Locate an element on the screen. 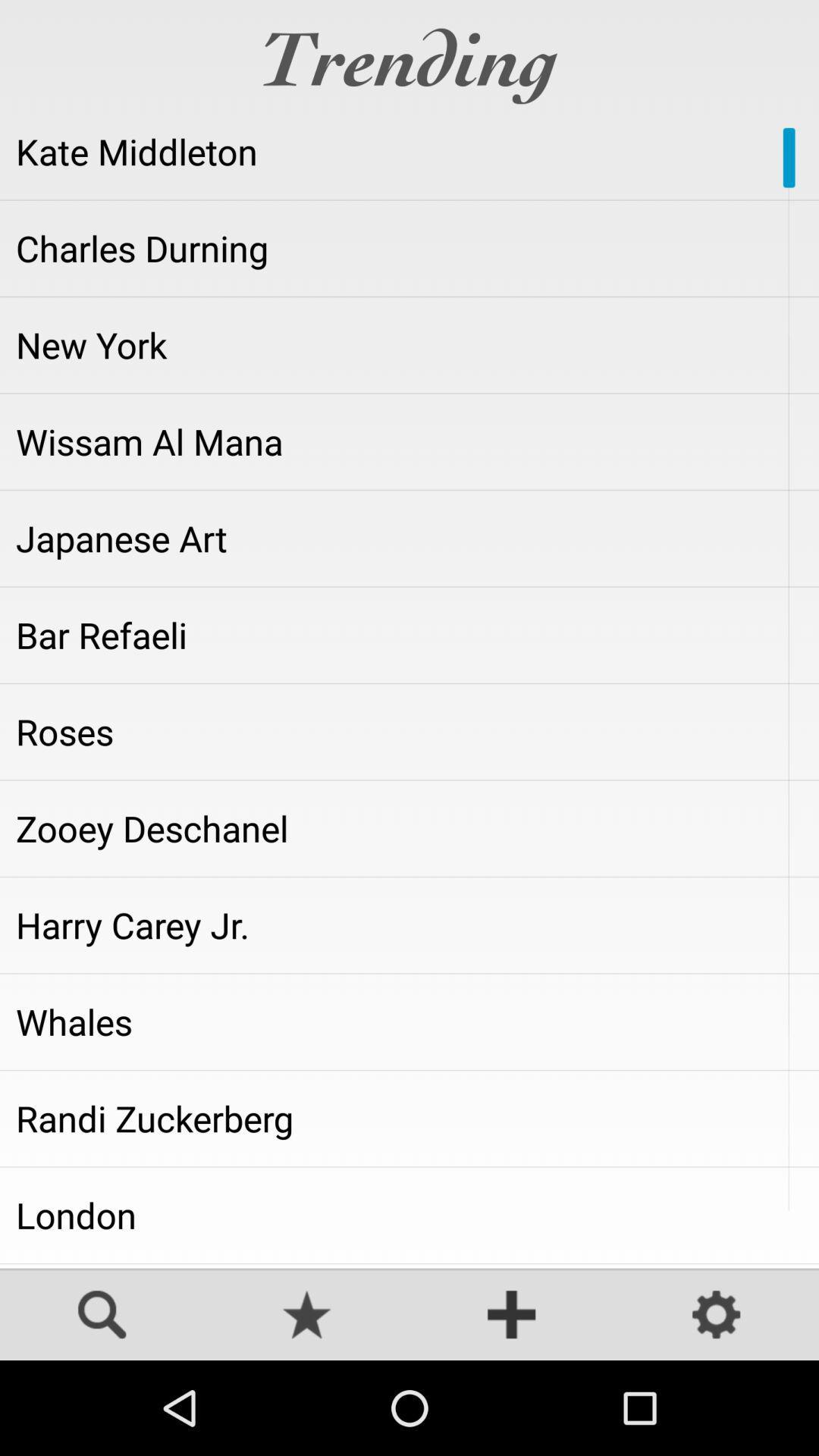  app below zooey deschanel icon is located at coordinates (409, 924).